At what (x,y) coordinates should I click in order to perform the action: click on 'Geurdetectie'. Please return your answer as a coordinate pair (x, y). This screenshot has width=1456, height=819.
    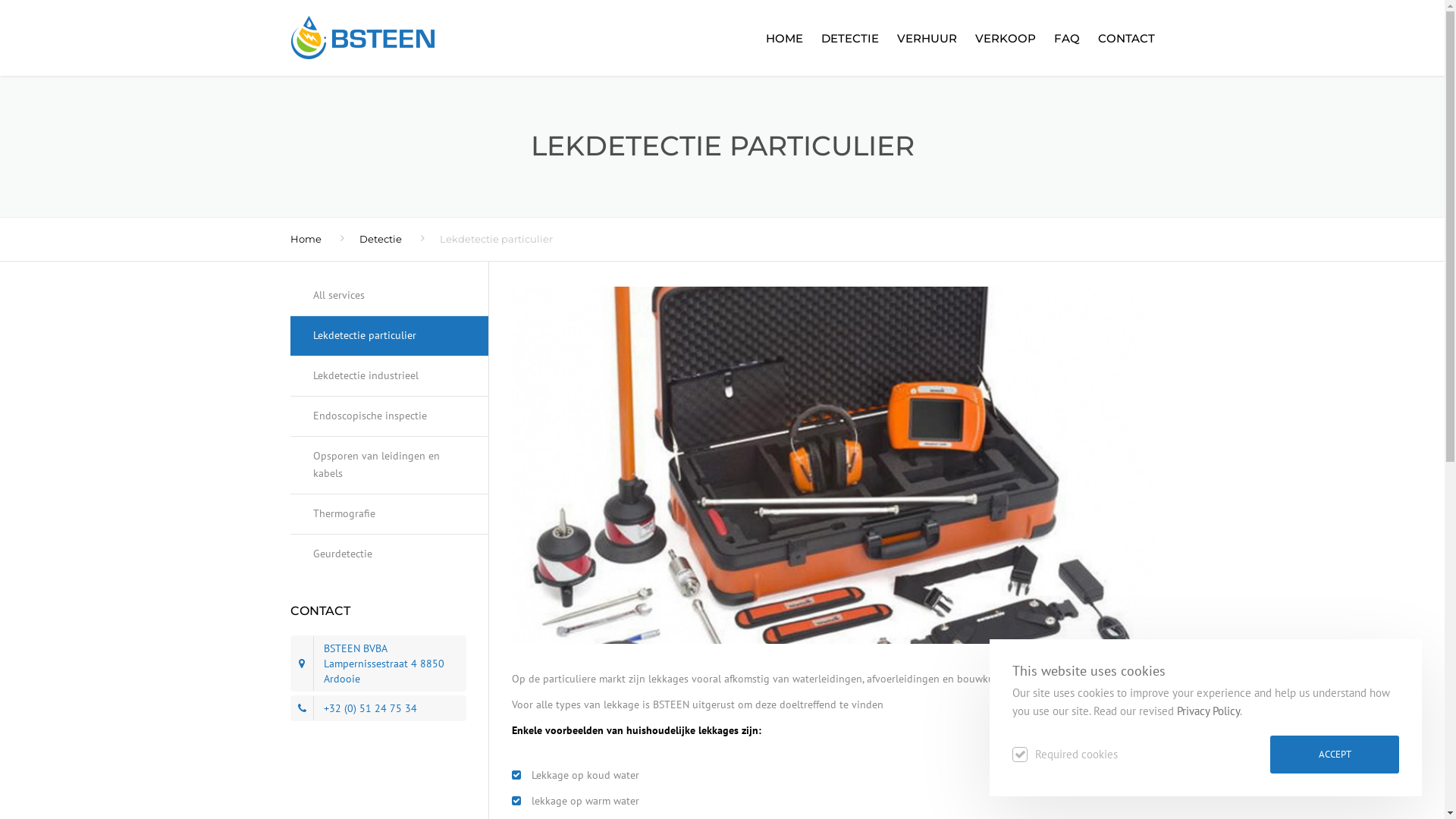
    Looking at the image, I should click on (389, 554).